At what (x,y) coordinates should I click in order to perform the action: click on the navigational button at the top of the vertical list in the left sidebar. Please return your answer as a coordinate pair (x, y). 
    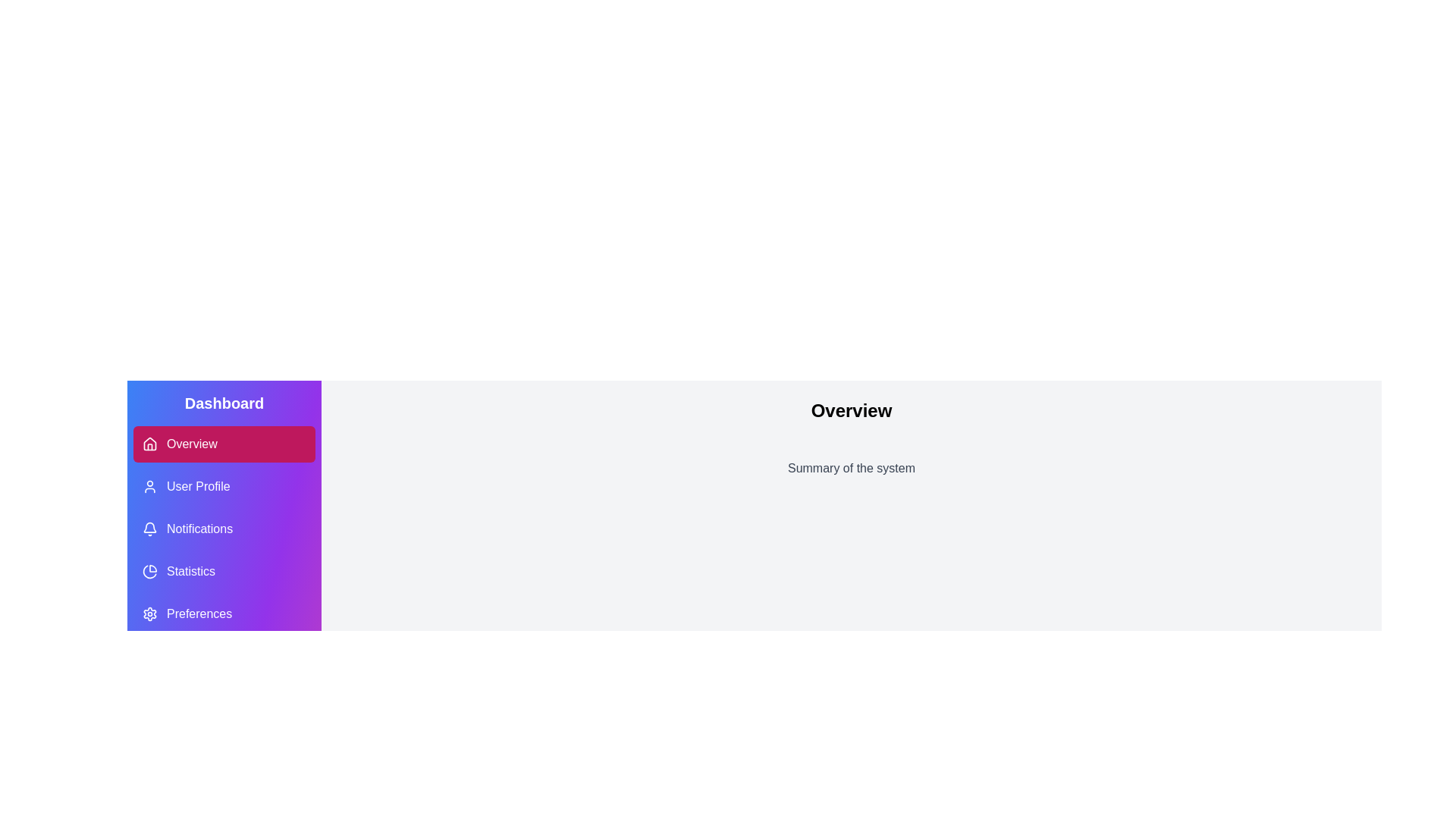
    Looking at the image, I should click on (224, 444).